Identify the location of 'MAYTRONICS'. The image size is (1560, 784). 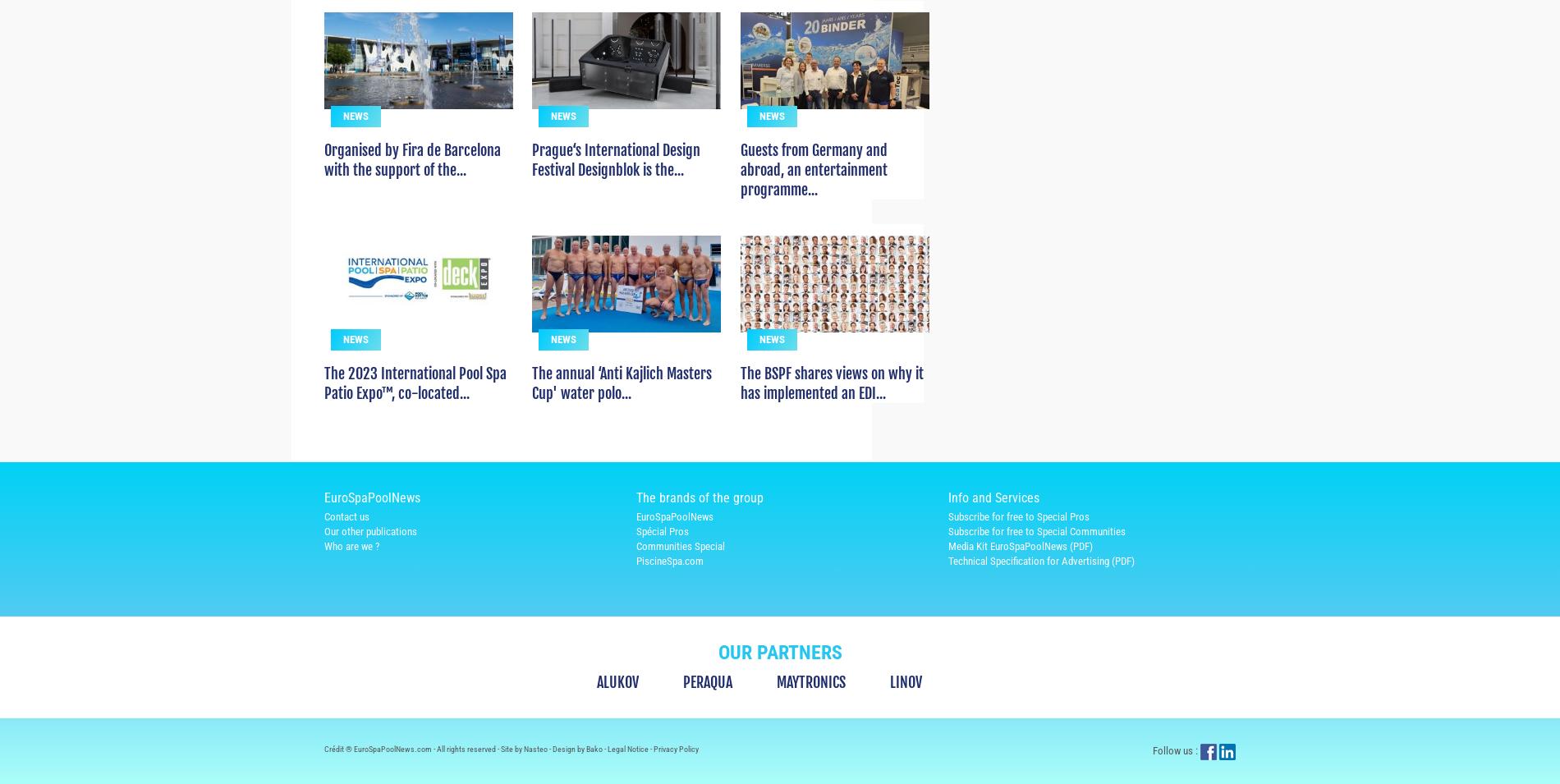
(776, 710).